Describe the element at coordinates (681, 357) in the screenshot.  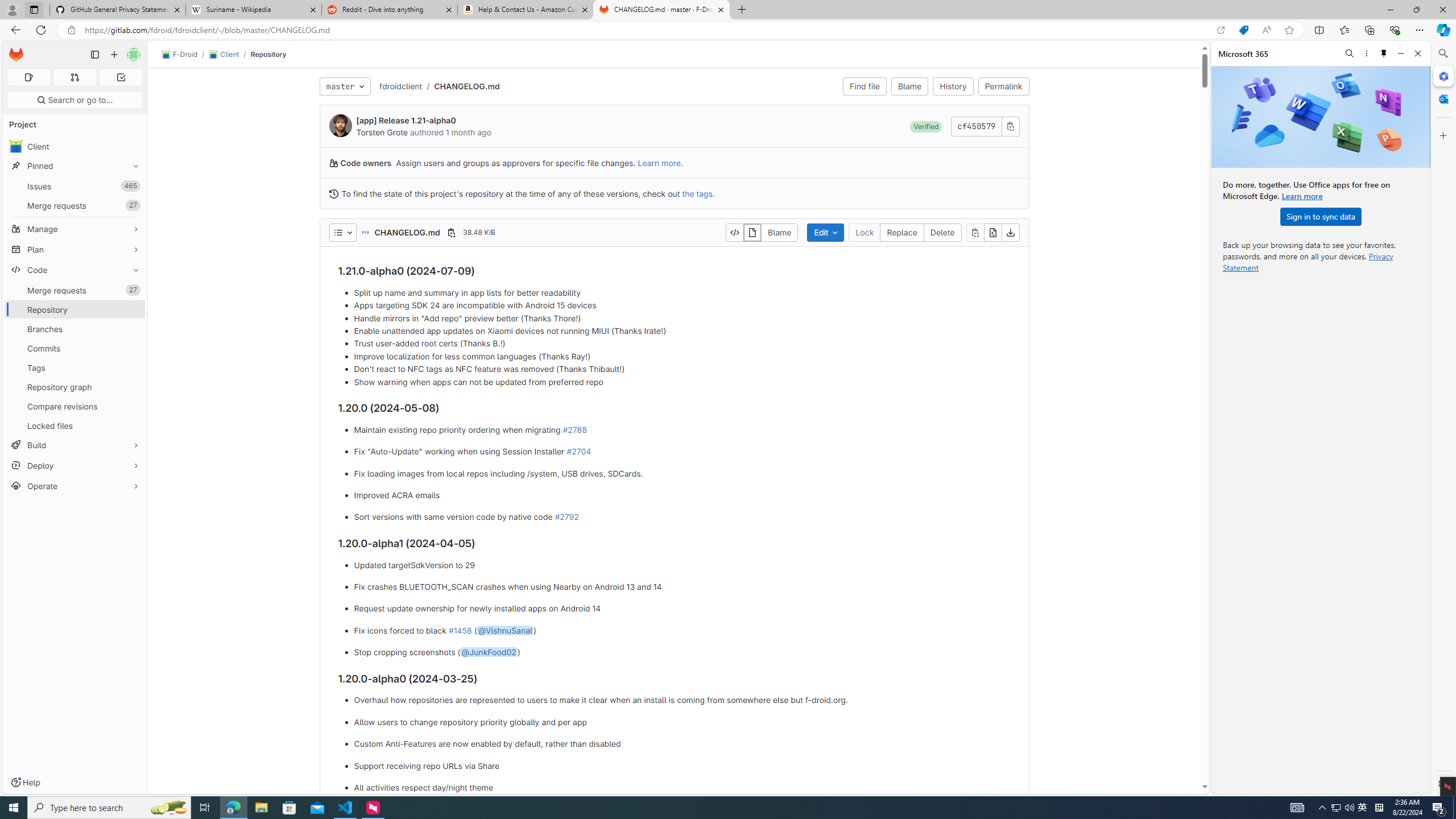
I see `'Improve localization for less common languages (Thanks Ray!)'` at that location.